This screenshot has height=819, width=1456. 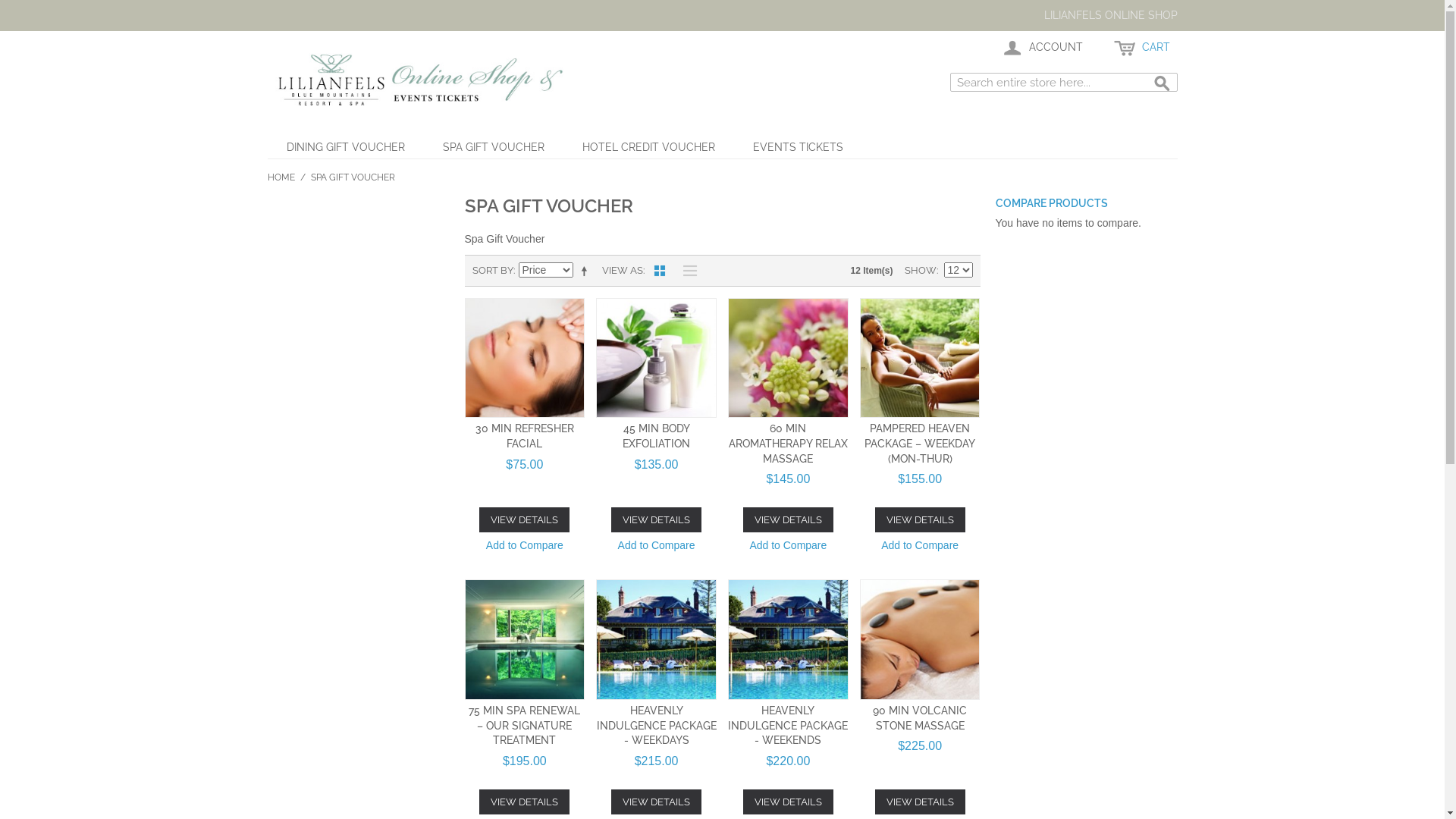 What do you see at coordinates (344, 146) in the screenshot?
I see `'DINING GIFT VOUCHER'` at bounding box center [344, 146].